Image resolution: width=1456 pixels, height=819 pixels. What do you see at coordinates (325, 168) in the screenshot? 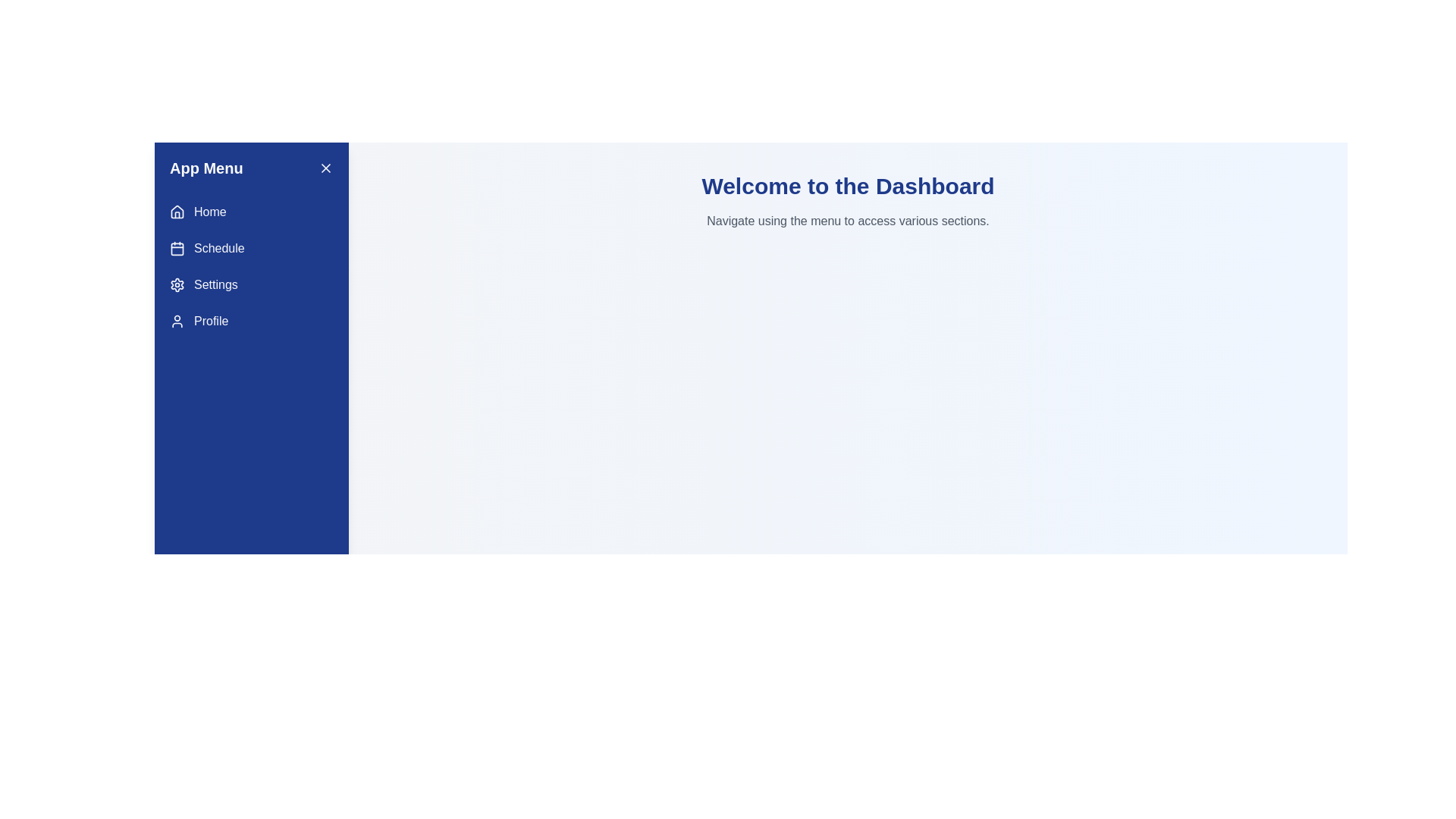
I see `toggle button to close the drawer` at bounding box center [325, 168].